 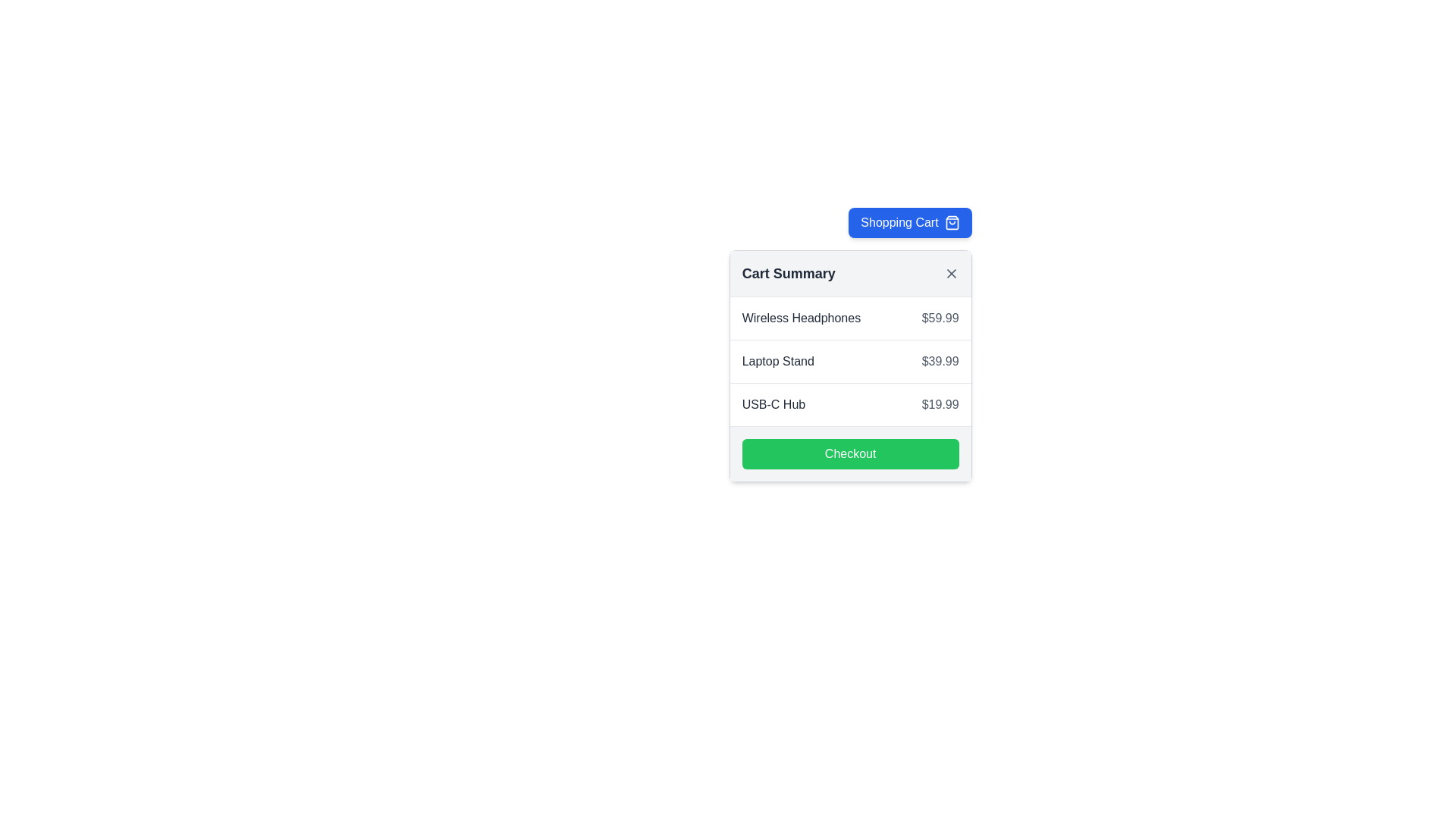 I want to click on the Text label that describes the shopping cart item 'USB-C Hub', located in the Cart Summary section, so click(x=773, y=403).